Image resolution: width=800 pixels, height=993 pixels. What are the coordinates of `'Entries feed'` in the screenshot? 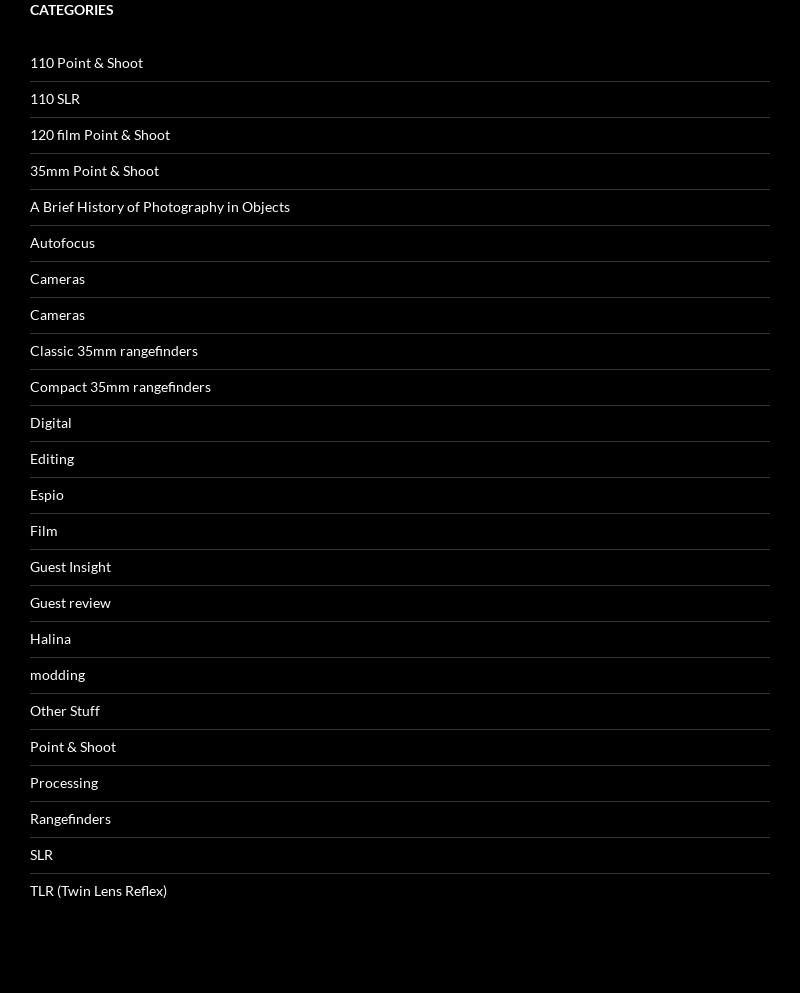 It's located at (67, 785).